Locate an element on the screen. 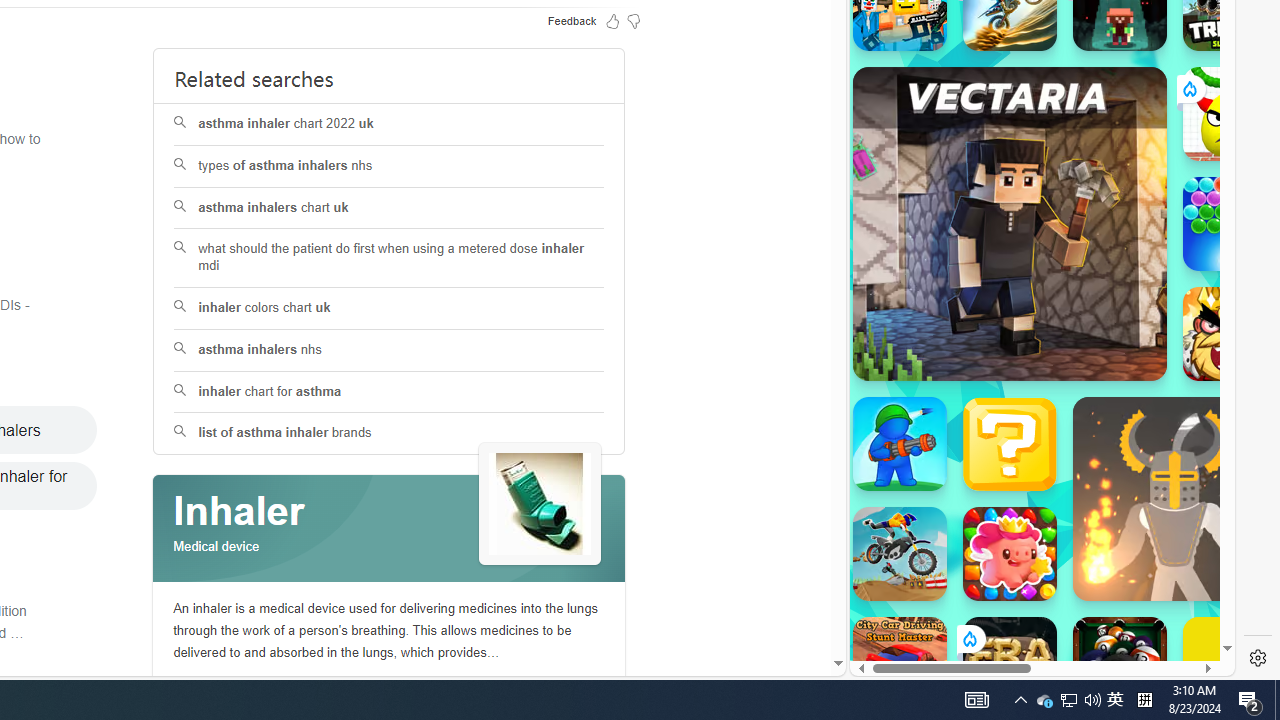 This screenshot has height=720, width=1280. 'Crazy Bikes Crazy Bikes' is located at coordinates (898, 554).